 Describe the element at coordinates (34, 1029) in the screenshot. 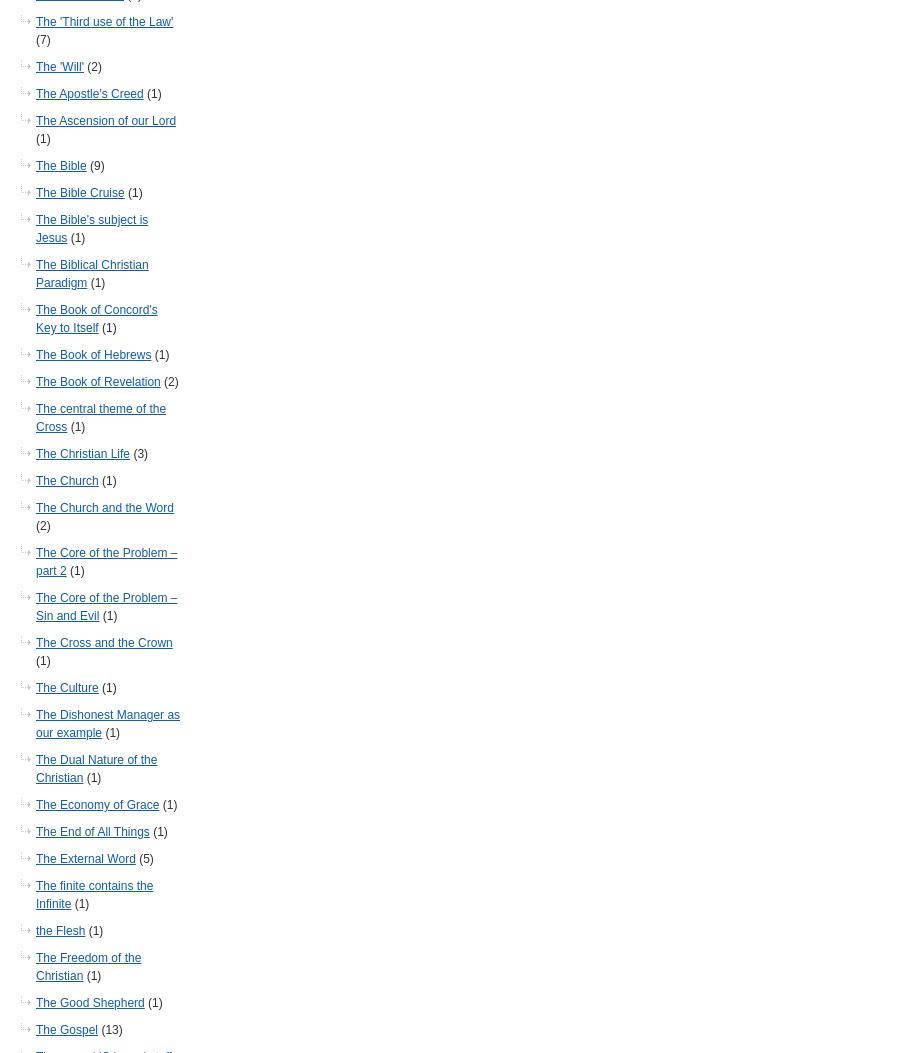

I see `'The Gospel'` at that location.